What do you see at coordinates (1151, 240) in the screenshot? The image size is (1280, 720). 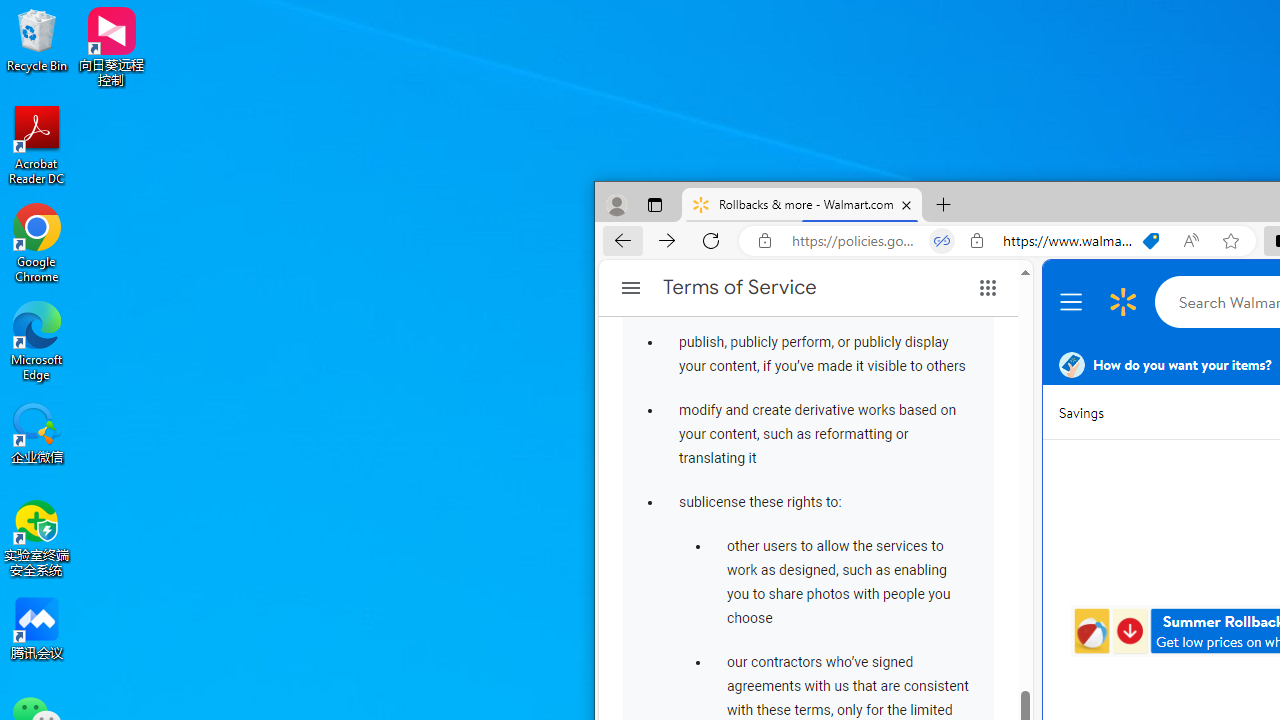 I see `'This site has coupons! Shopping in Microsoft Edge, 7'` at bounding box center [1151, 240].